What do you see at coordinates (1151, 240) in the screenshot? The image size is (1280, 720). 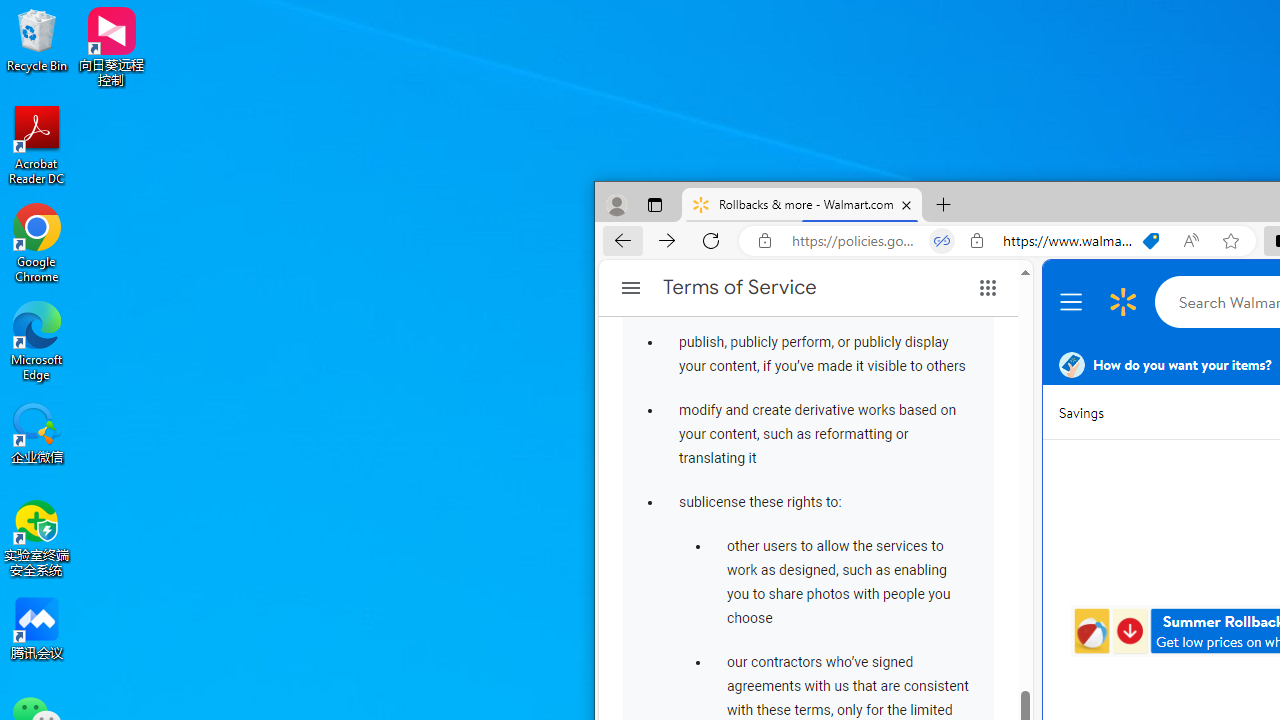 I see `'This site has coupons! Shopping in Microsoft Edge, 7'` at bounding box center [1151, 240].